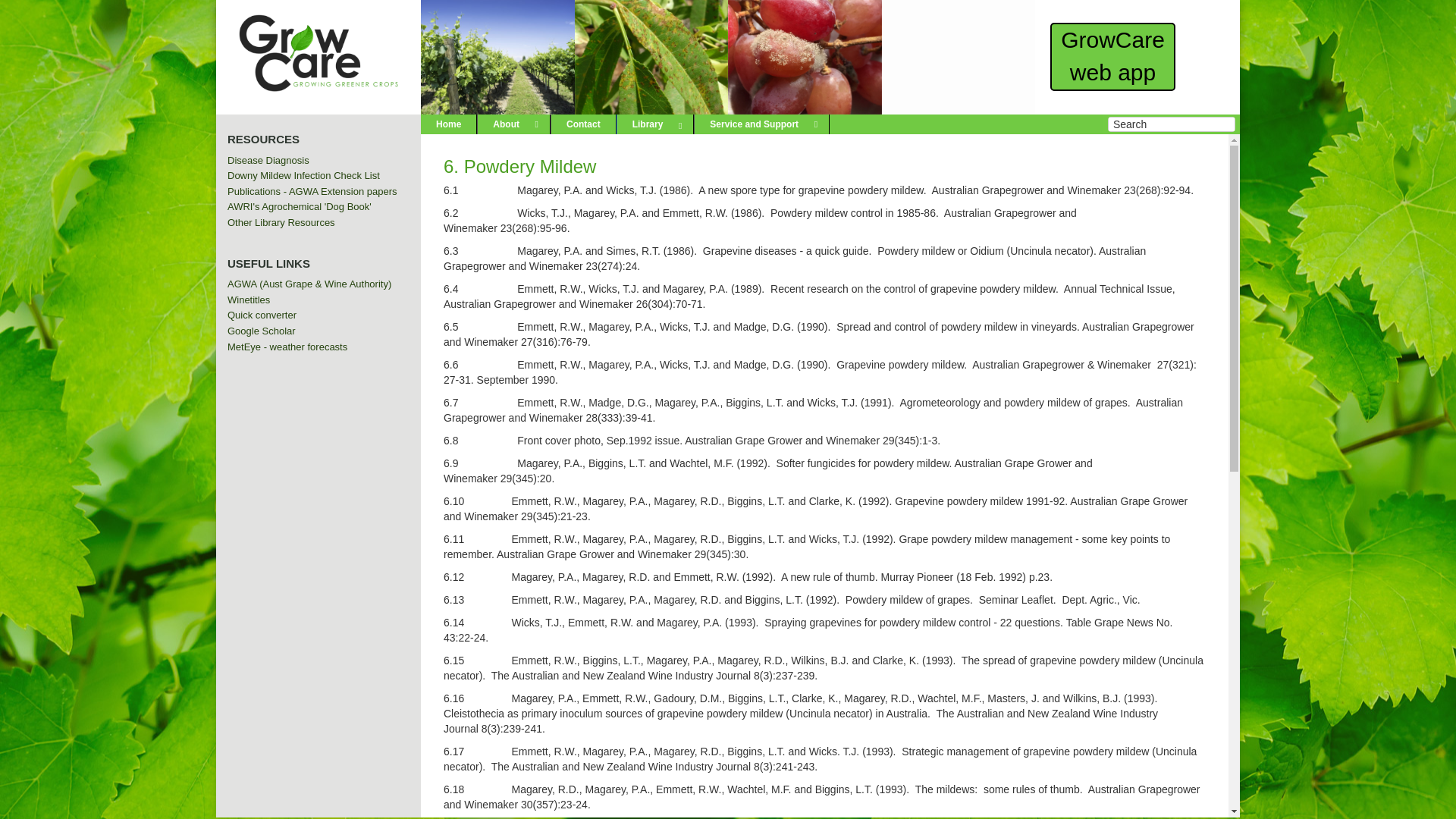 The height and width of the screenshot is (819, 1456). What do you see at coordinates (447, 124) in the screenshot?
I see `'Home'` at bounding box center [447, 124].